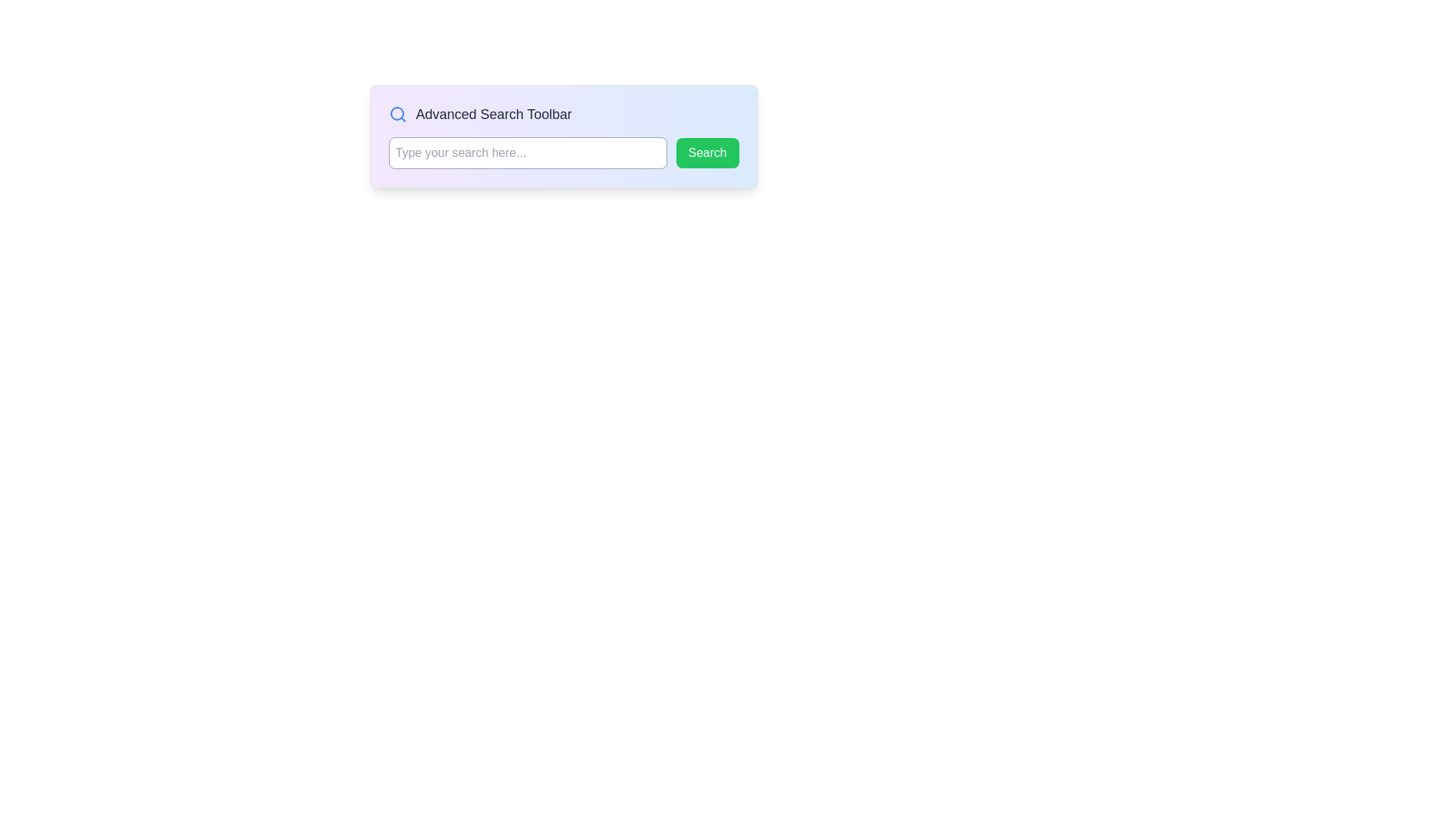 The height and width of the screenshot is (819, 1456). Describe the element at coordinates (397, 113) in the screenshot. I see `the circular SVG element that visually signifies the lens in the magnifying glass illustration, which is part of the search icon located to the left of the text field in the search toolbar` at that location.